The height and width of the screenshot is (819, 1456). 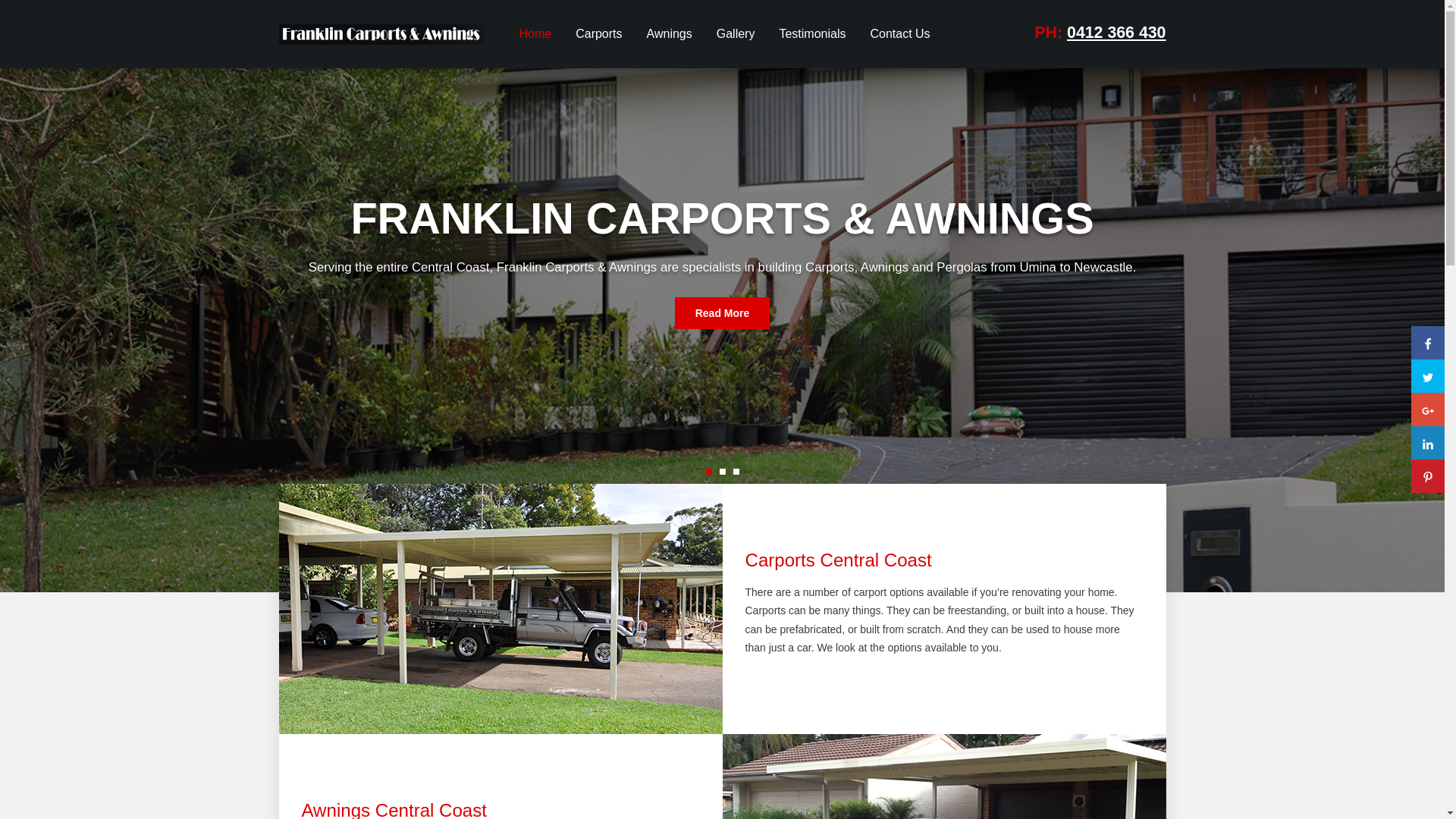 I want to click on 'Gallery', so click(x=704, y=34).